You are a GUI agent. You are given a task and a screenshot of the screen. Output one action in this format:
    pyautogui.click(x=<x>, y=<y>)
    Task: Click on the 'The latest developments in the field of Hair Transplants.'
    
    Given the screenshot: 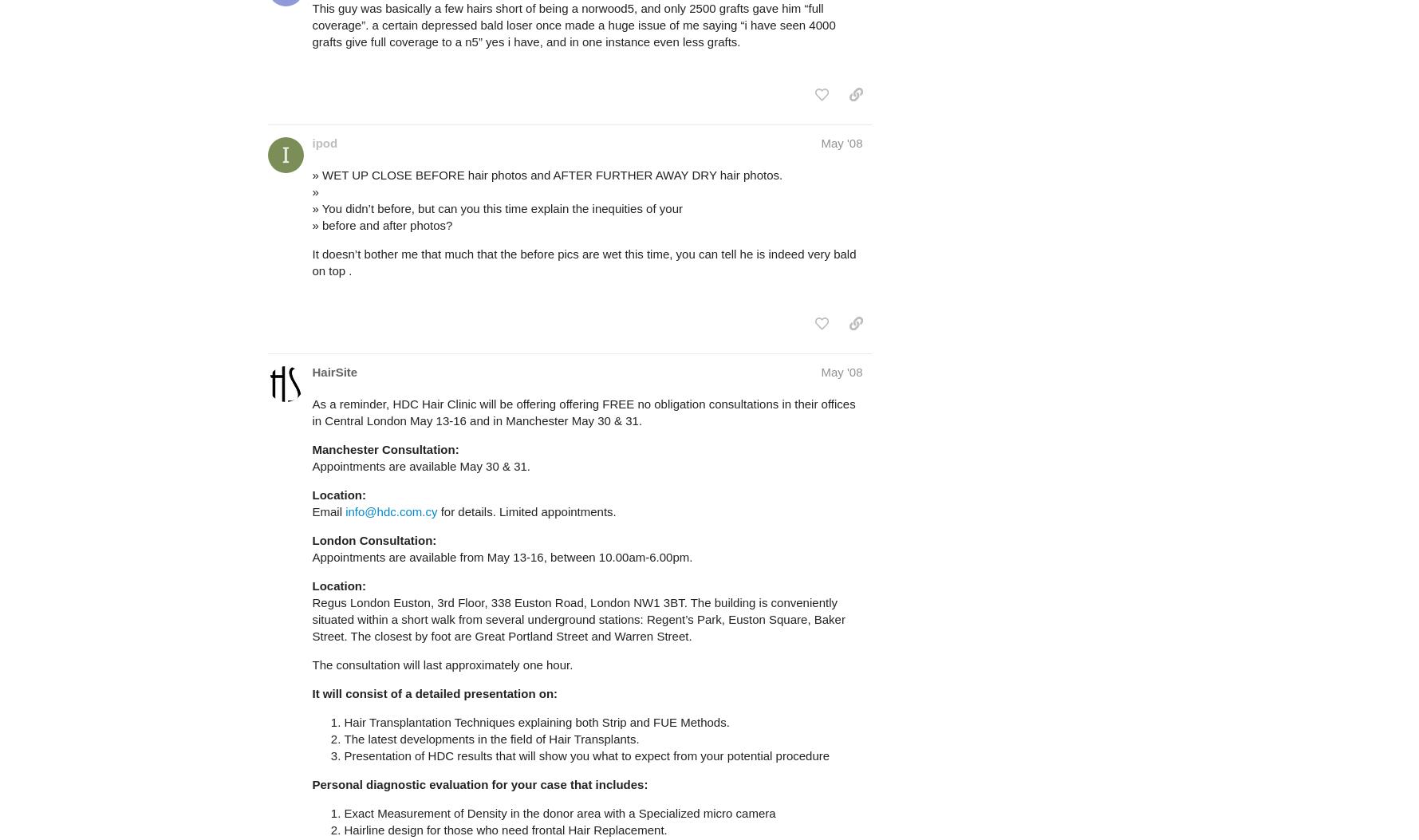 What is the action you would take?
    pyautogui.click(x=491, y=738)
    